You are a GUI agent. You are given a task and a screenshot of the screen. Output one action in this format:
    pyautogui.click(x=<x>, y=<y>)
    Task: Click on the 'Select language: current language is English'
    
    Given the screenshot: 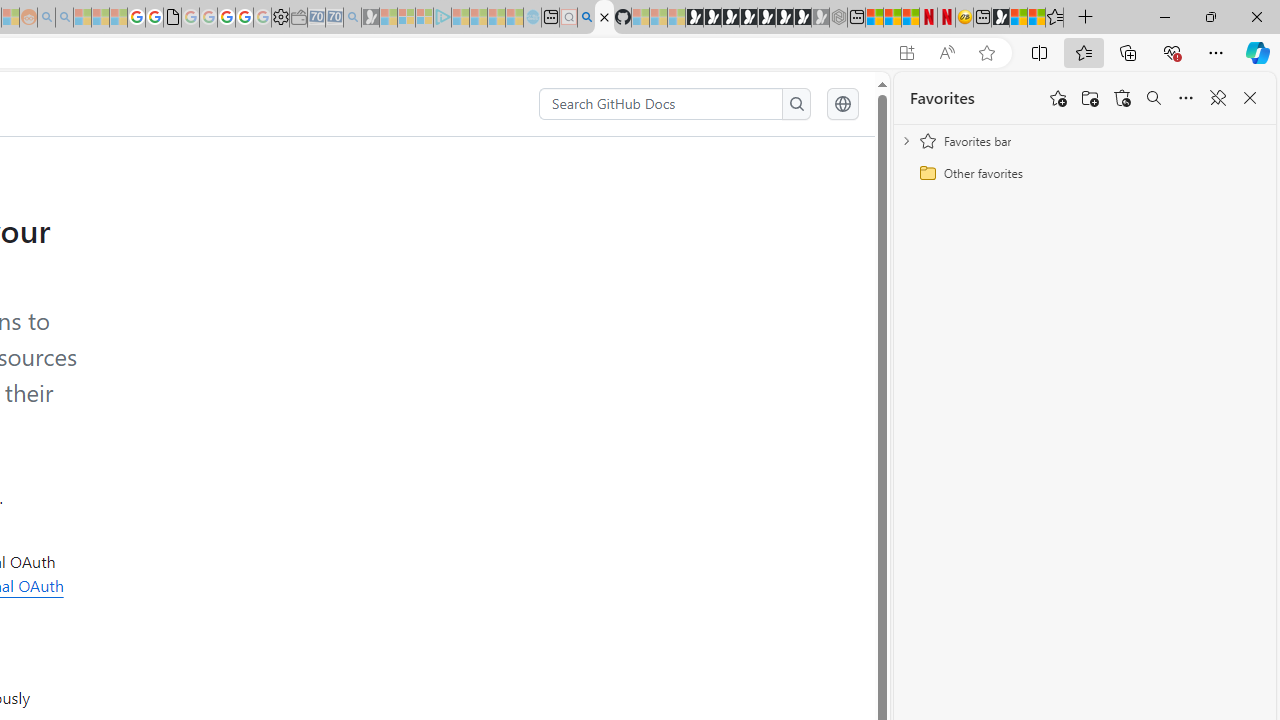 What is the action you would take?
    pyautogui.click(x=842, y=104)
    